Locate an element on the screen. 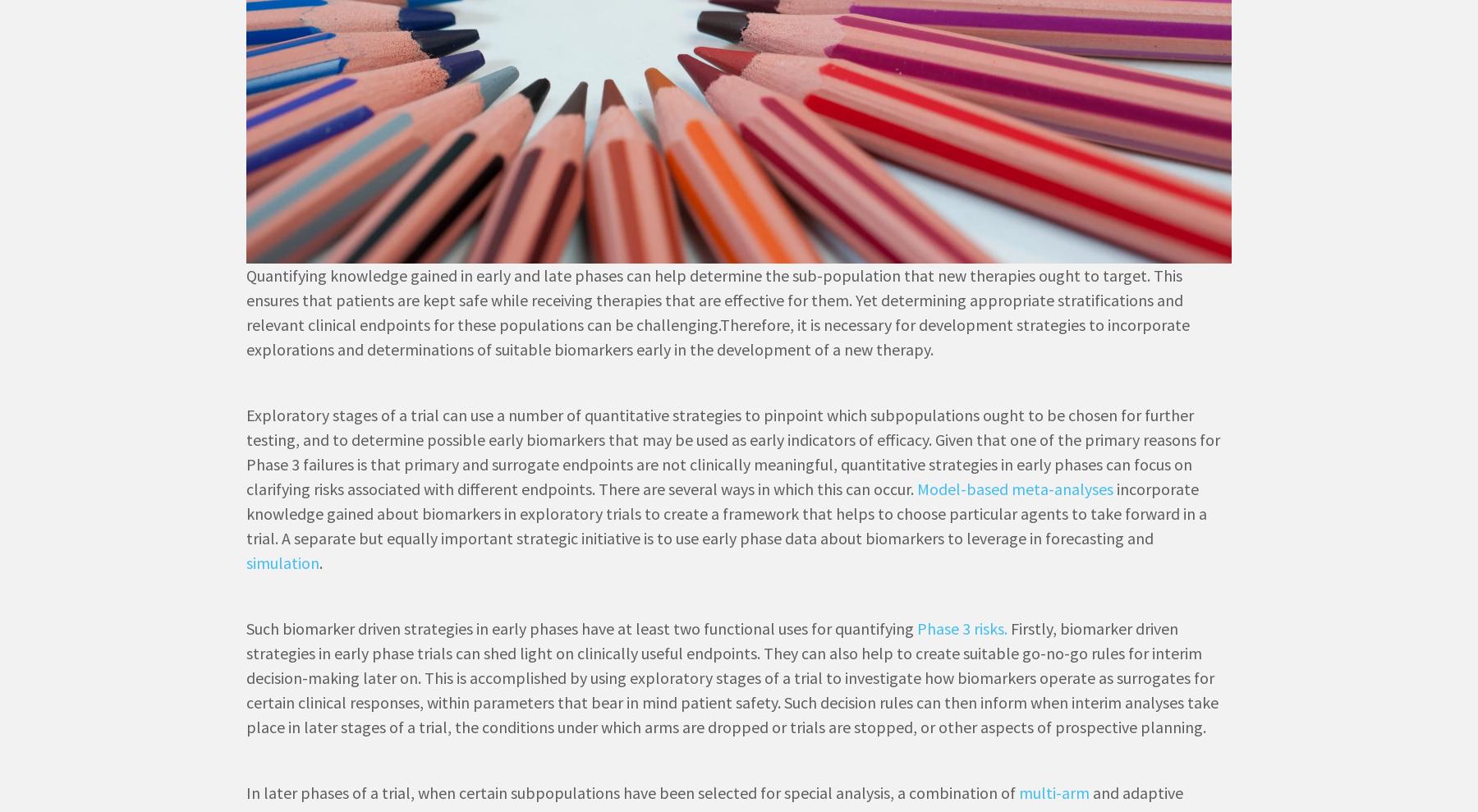 The width and height of the screenshot is (1478, 812). 'multi-arm' is located at coordinates (1018, 792).